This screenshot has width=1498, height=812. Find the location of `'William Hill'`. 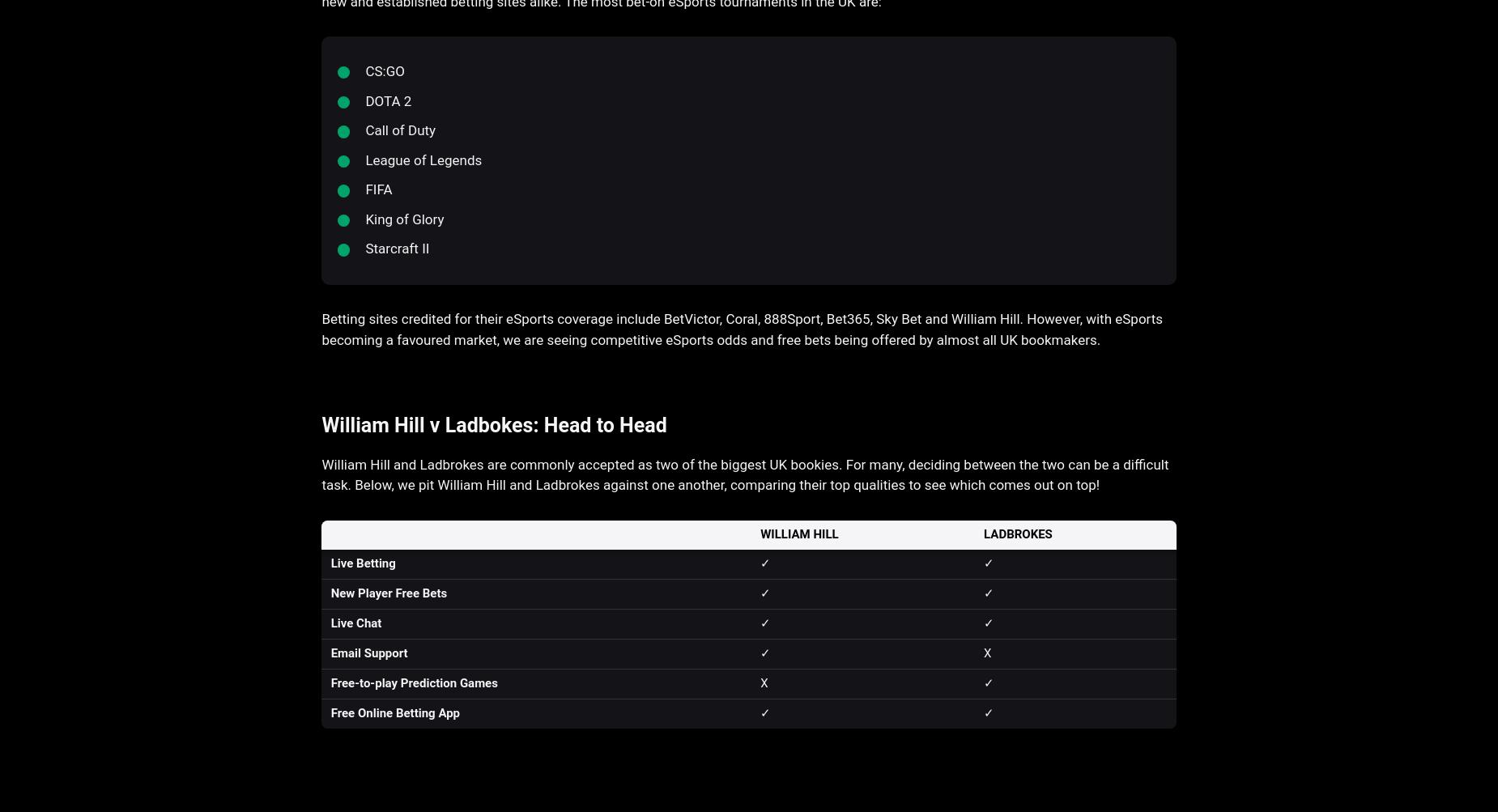

'William Hill' is located at coordinates (798, 534).